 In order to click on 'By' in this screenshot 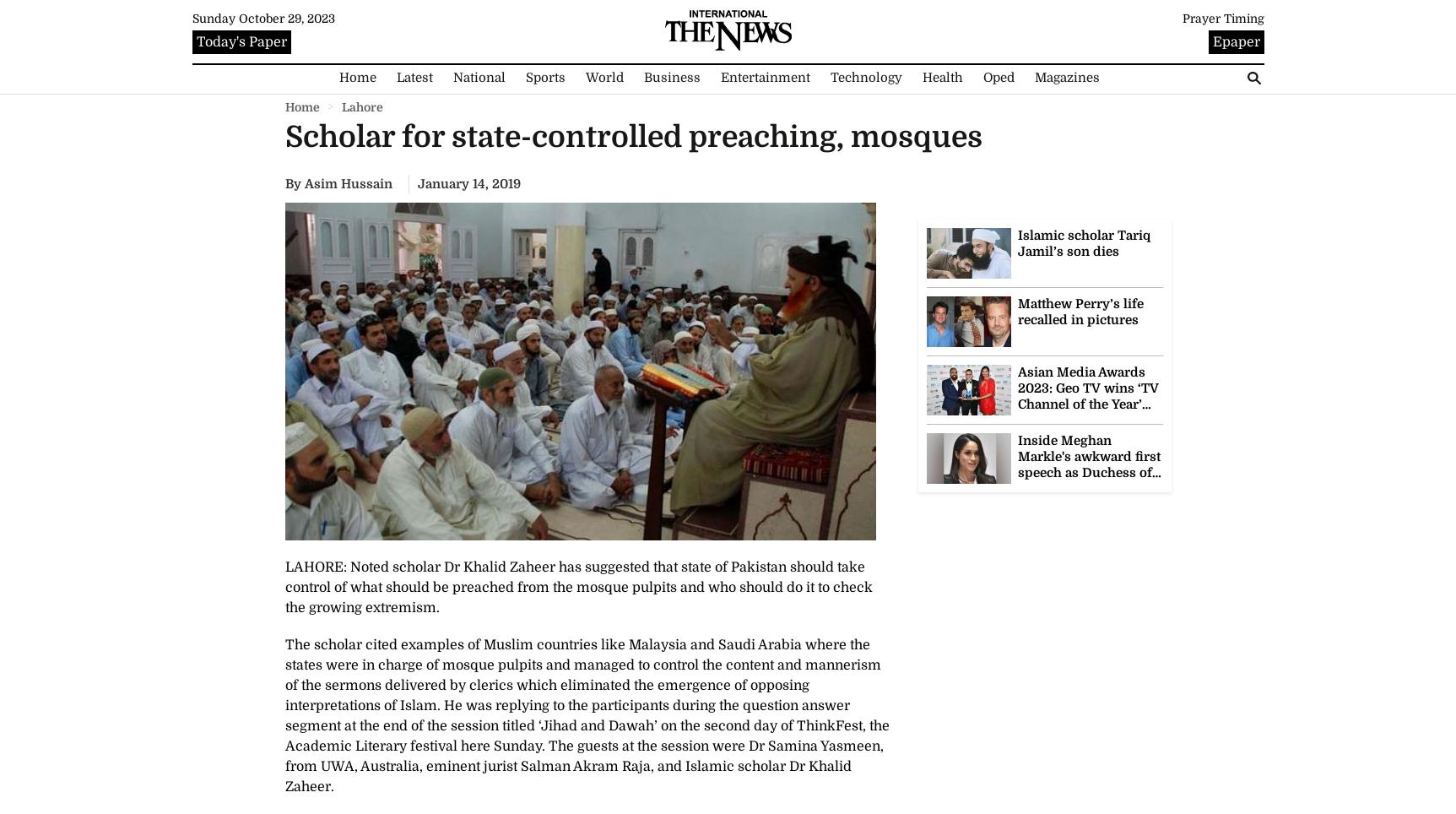, I will do `click(292, 183)`.